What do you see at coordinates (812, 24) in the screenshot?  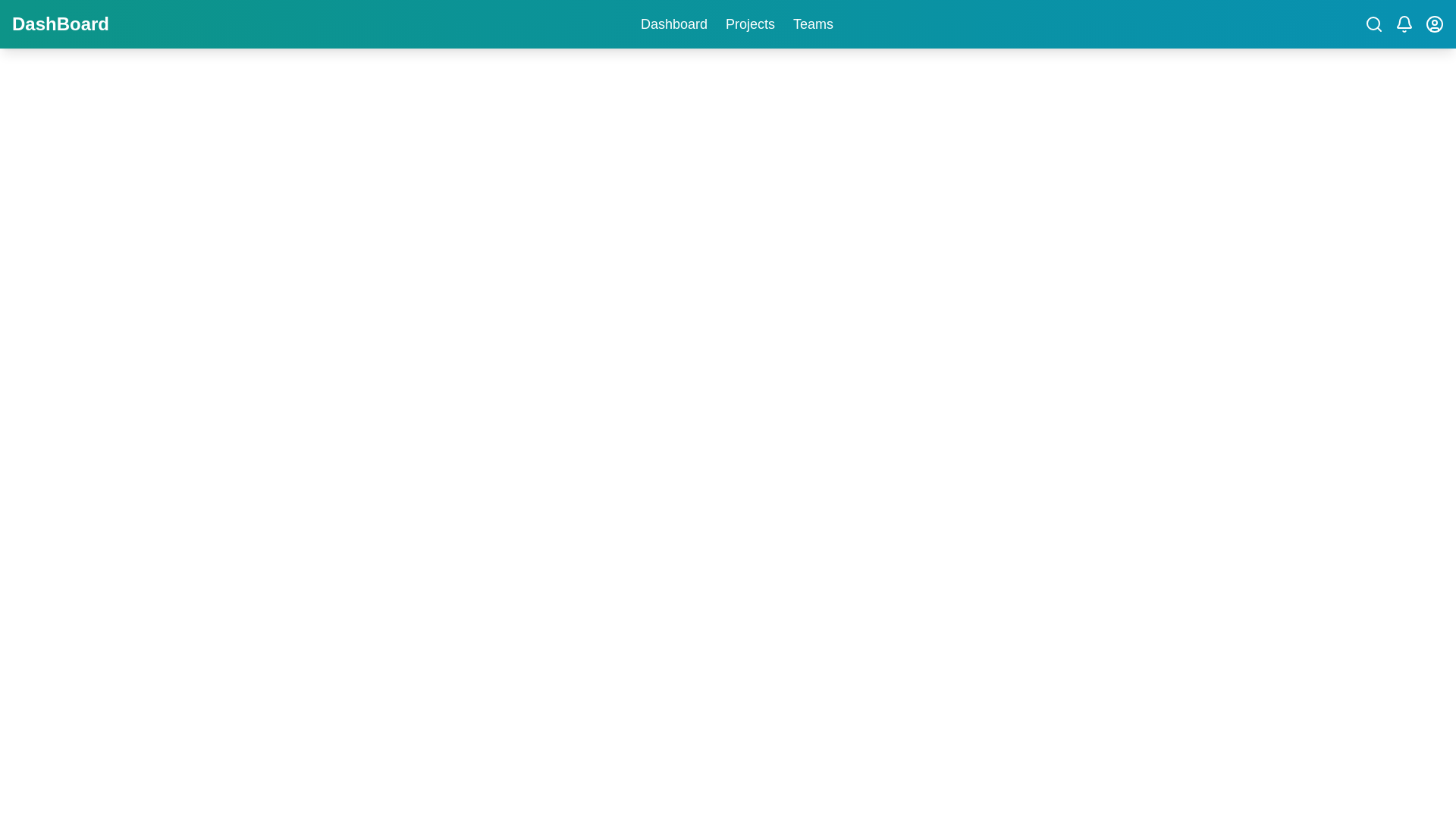 I see `the 'Teams' text button in the navigation bar to change its color to lighter gray` at bounding box center [812, 24].